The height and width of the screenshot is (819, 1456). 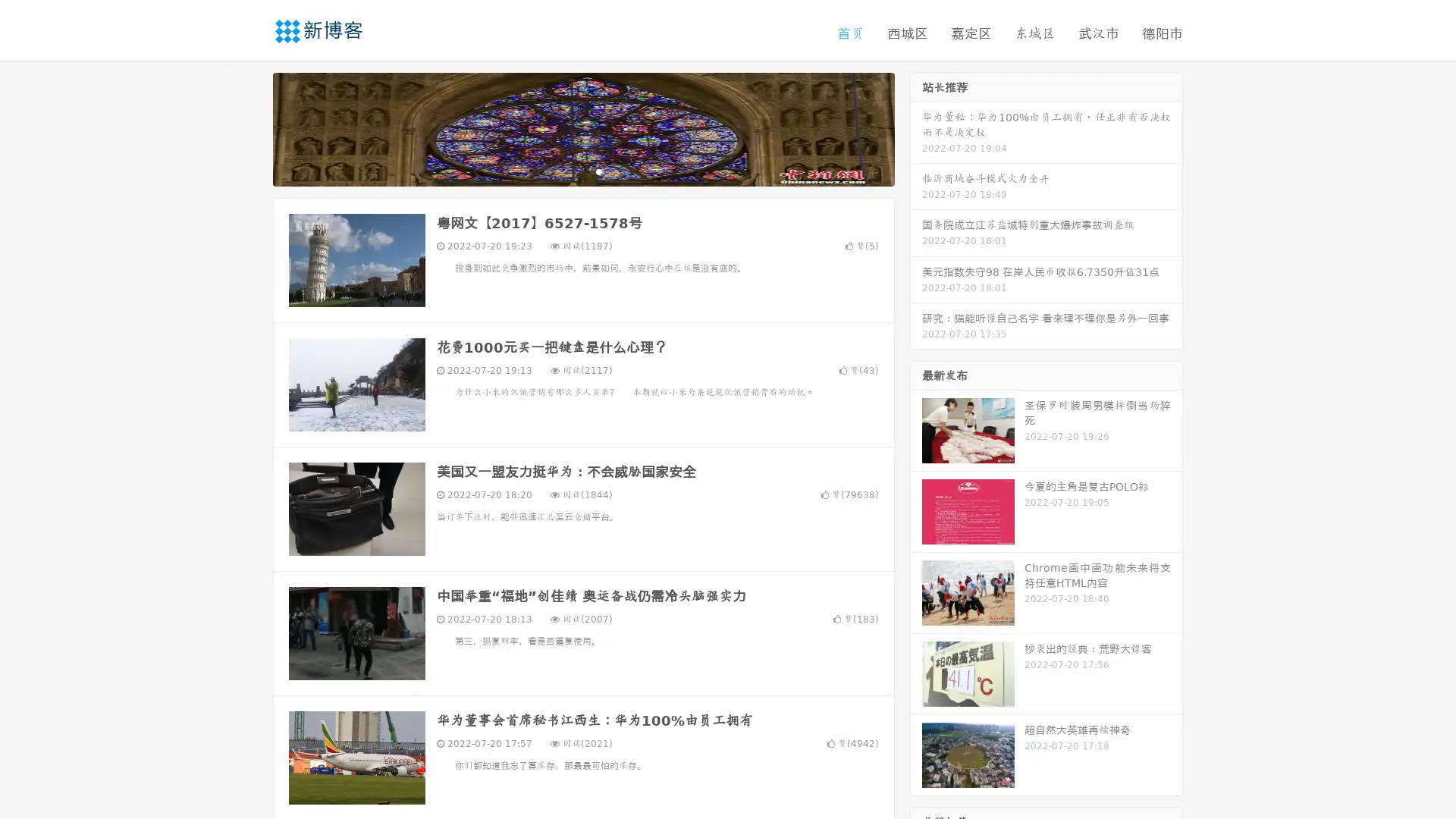 I want to click on Go to slide 3, so click(x=598, y=171).